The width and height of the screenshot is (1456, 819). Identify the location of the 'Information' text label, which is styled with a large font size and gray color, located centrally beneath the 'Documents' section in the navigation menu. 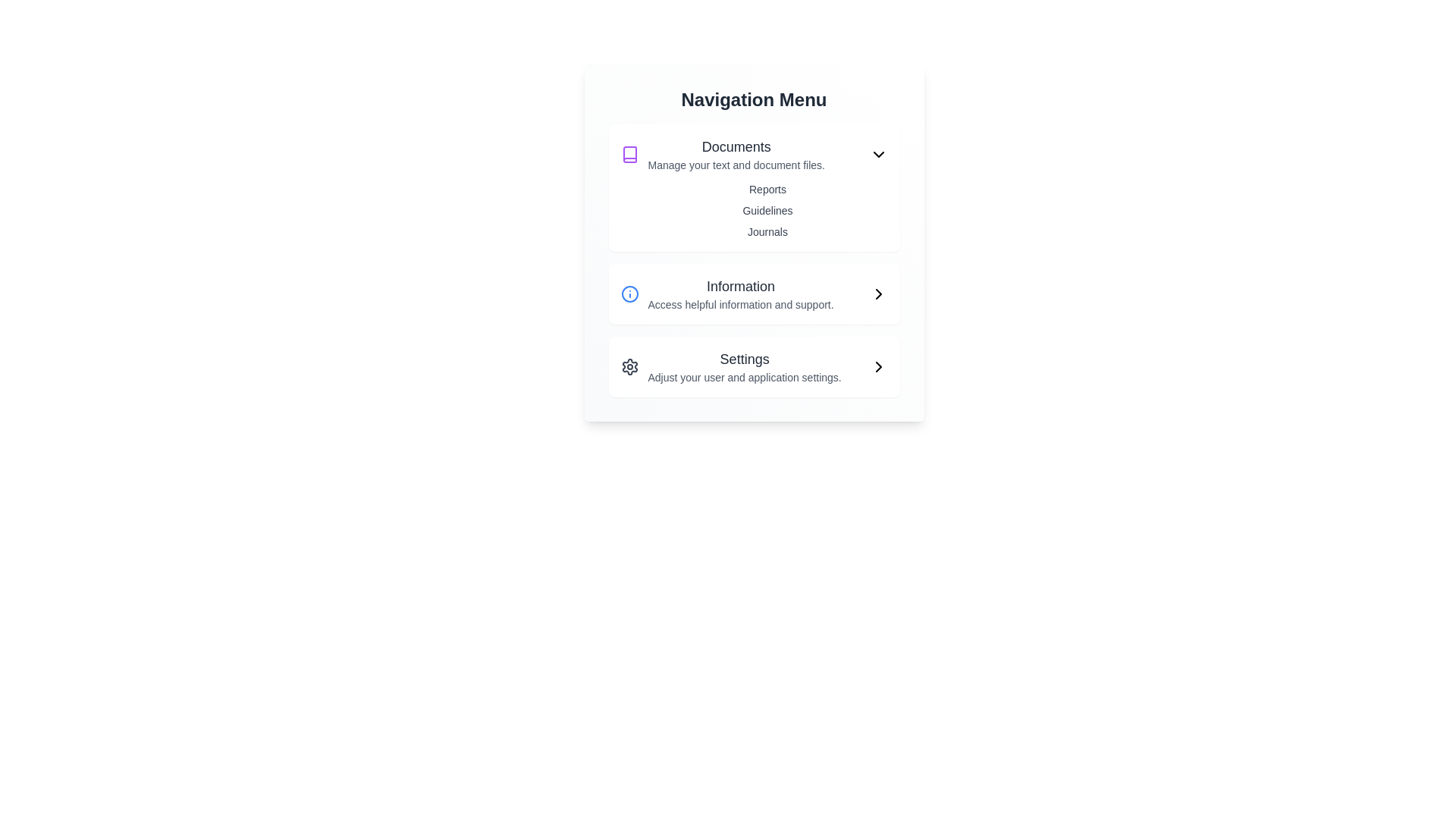
(741, 287).